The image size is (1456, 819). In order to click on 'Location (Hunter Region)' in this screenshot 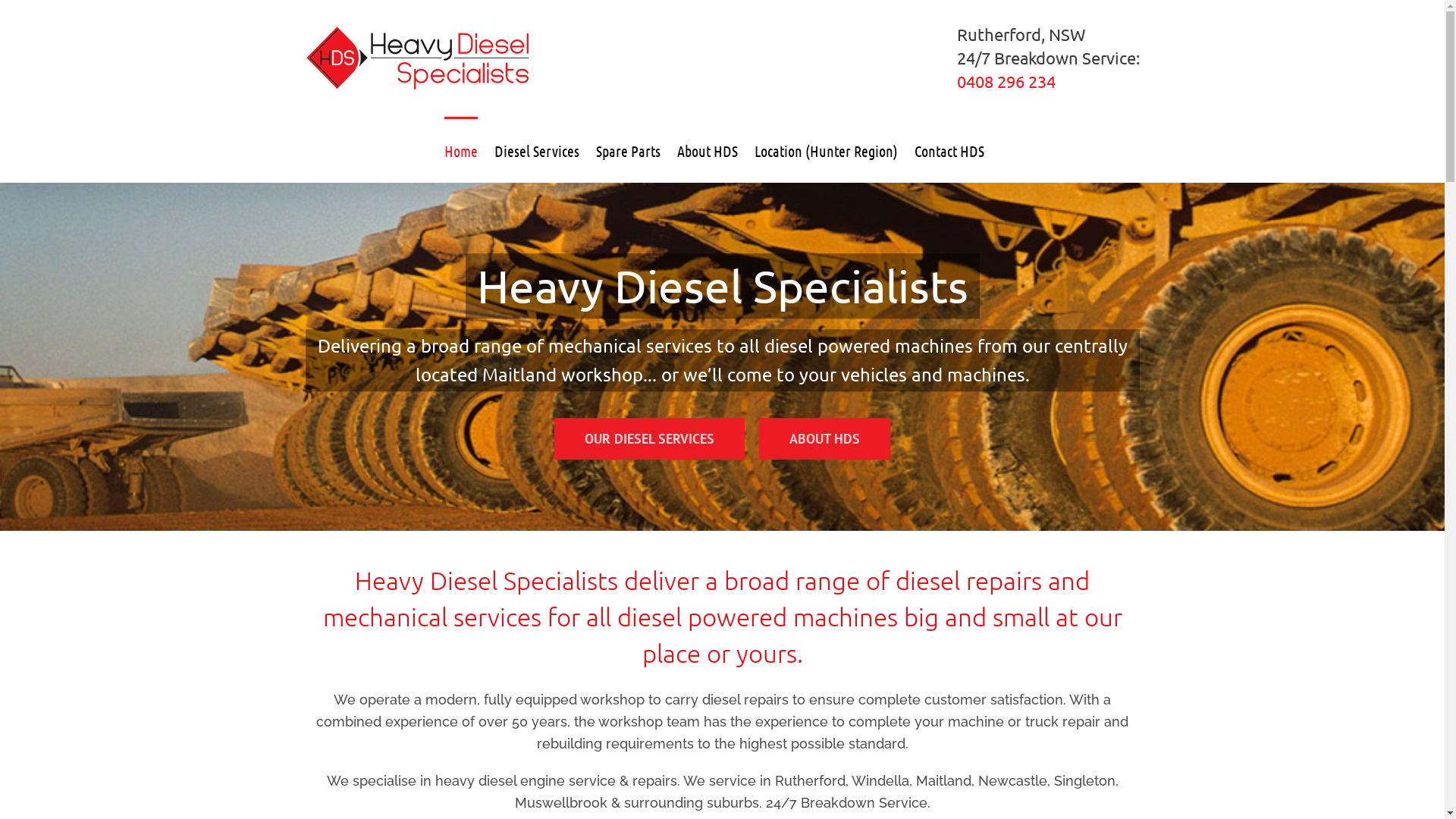, I will do `click(824, 149)`.